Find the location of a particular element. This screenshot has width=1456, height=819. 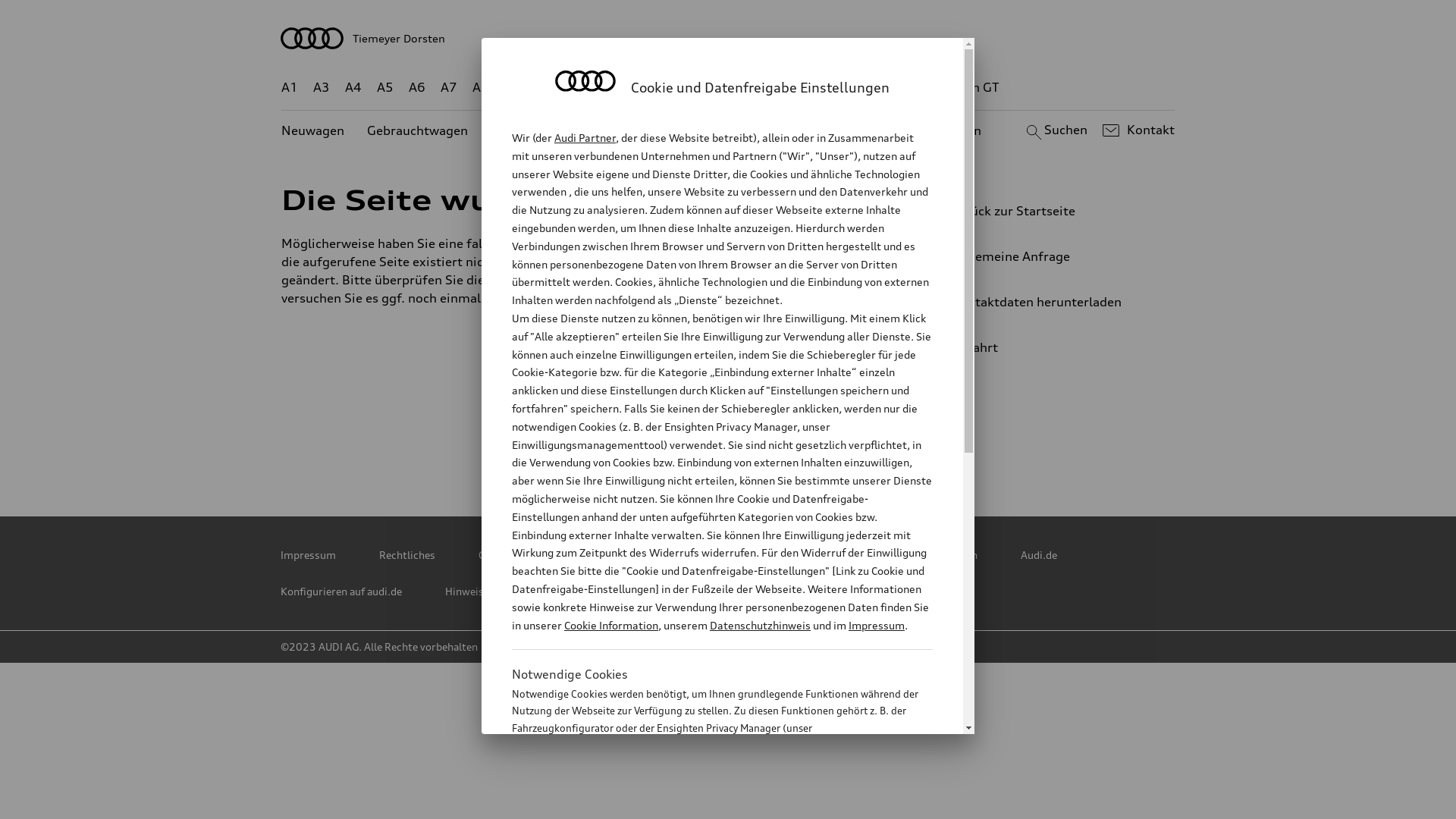

'Q8' is located at coordinates (715, 87).